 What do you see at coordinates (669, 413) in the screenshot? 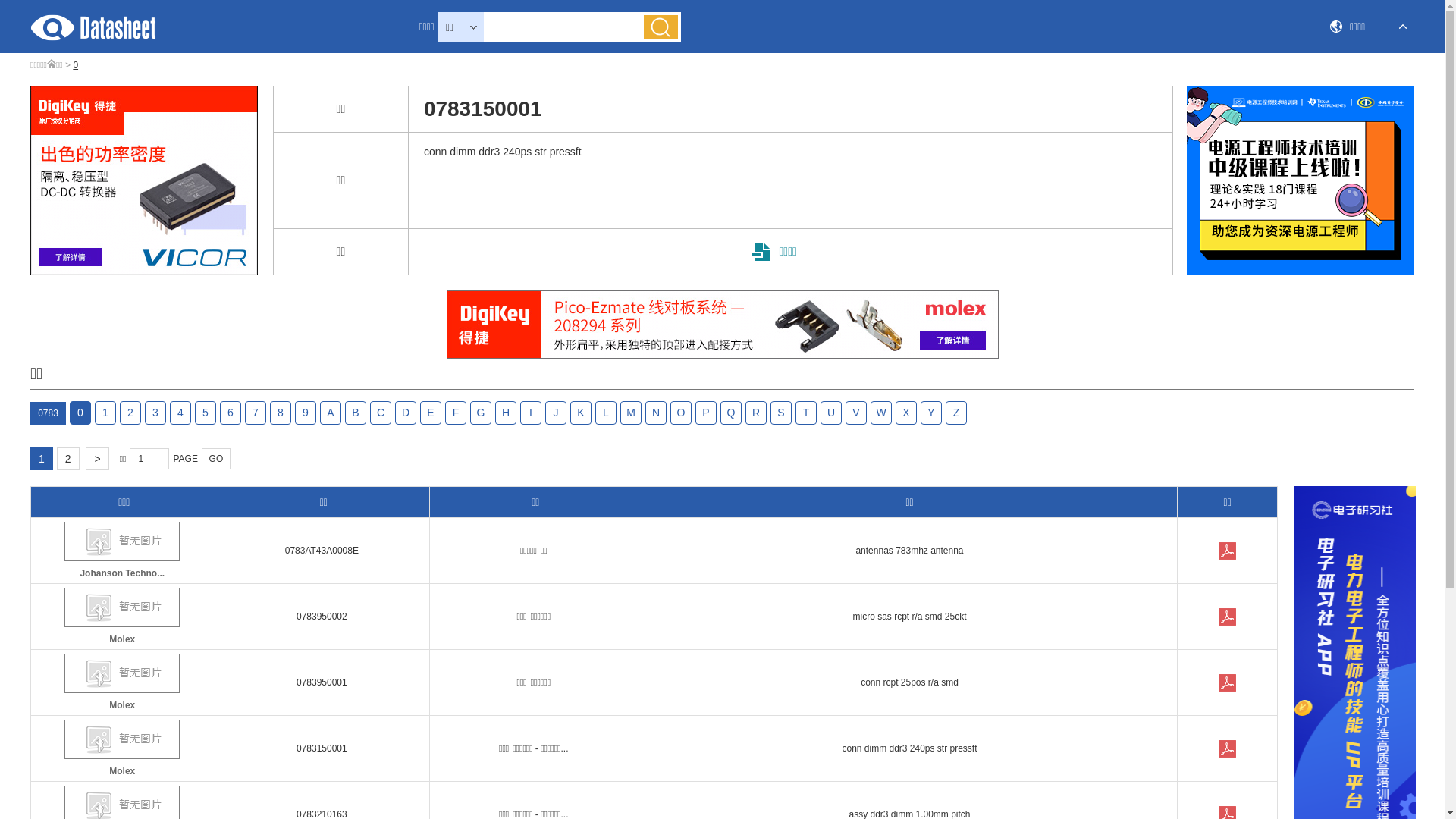
I see `'O'` at bounding box center [669, 413].